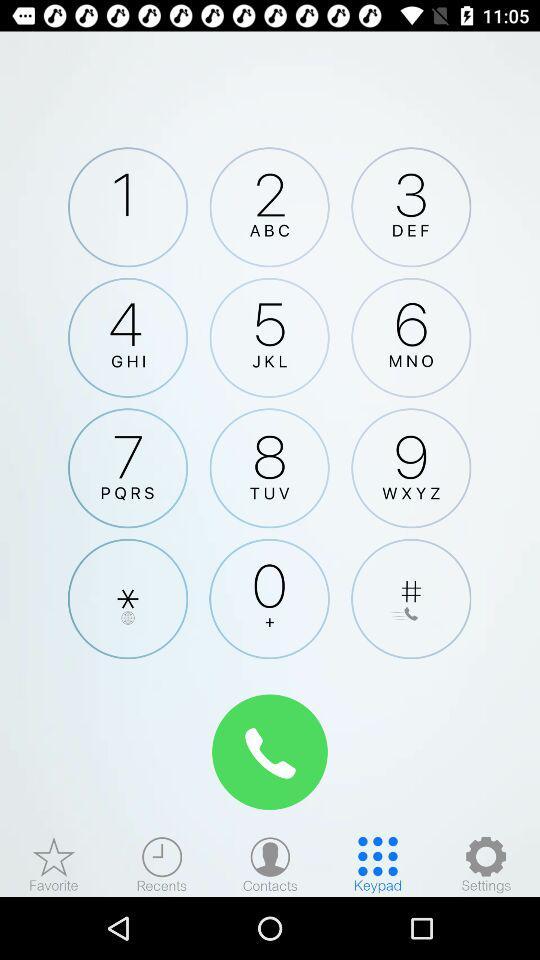 Image resolution: width=540 pixels, height=960 pixels. I want to click on asterisk, so click(128, 599).